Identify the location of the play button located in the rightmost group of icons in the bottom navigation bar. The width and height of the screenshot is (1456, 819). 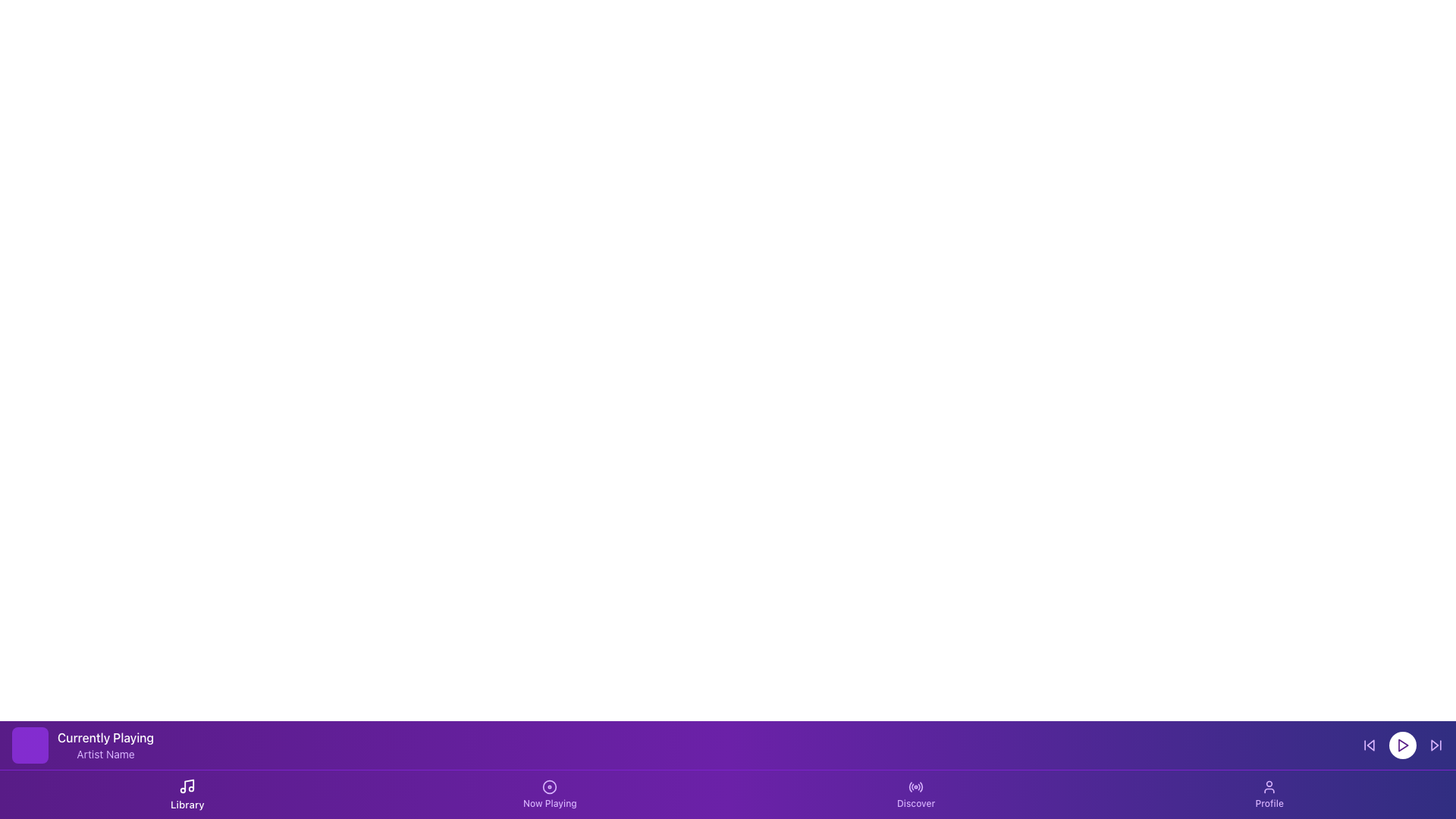
(1401, 745).